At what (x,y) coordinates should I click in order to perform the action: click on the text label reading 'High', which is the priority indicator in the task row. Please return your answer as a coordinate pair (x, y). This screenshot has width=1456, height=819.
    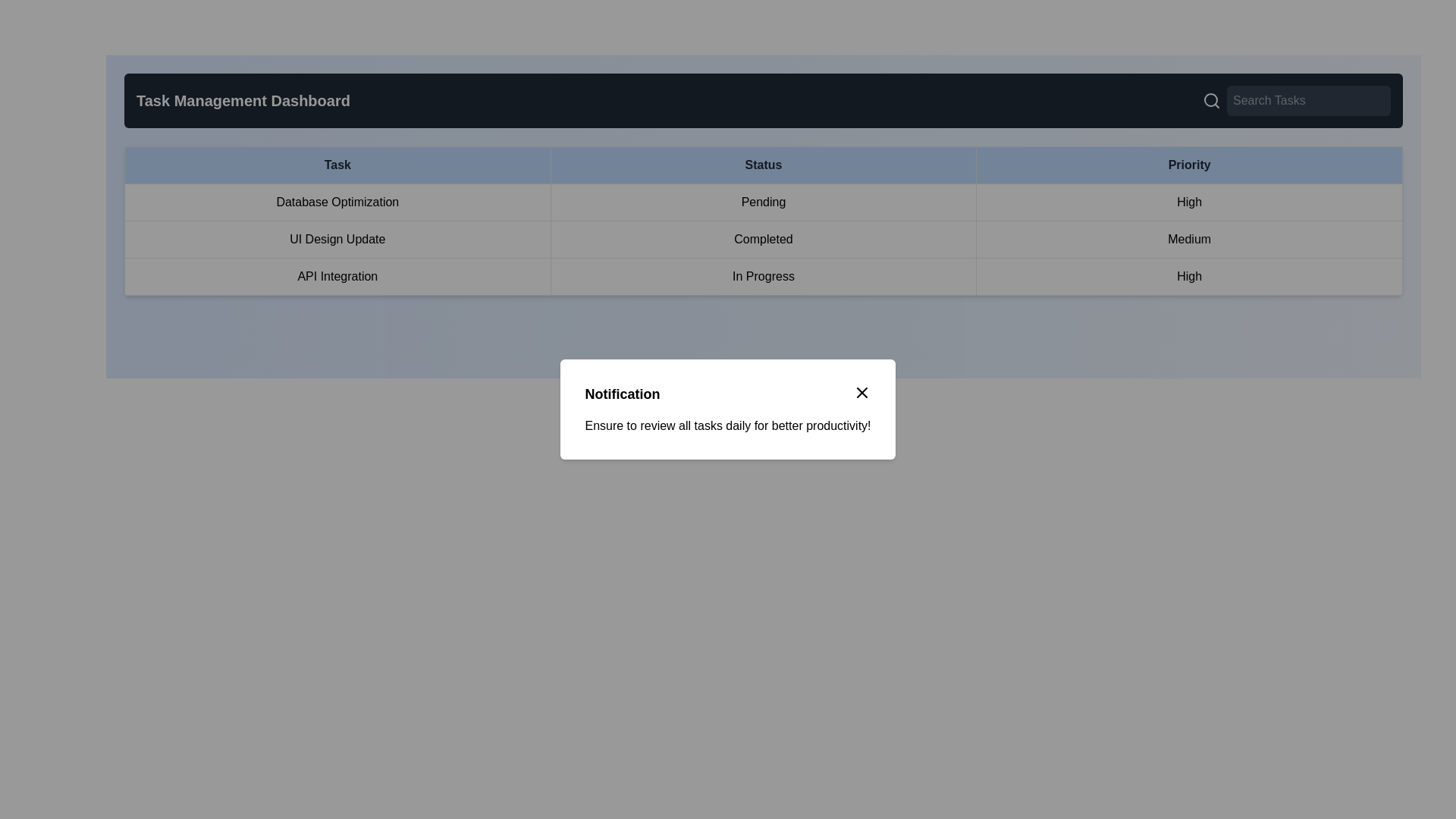
    Looking at the image, I should click on (1188, 201).